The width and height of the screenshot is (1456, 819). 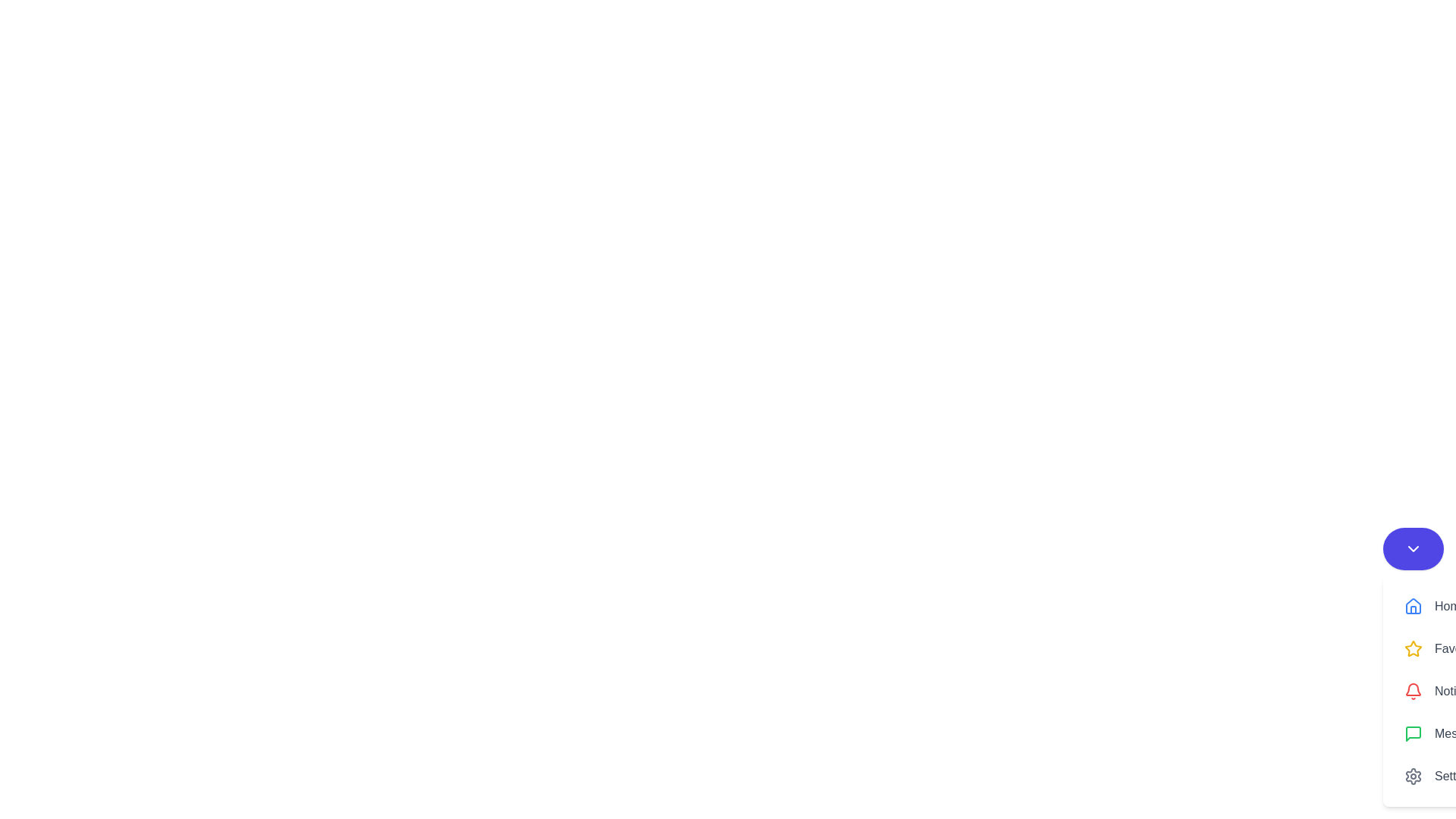 I want to click on the 'Home' navigation icon, so click(x=1412, y=604).